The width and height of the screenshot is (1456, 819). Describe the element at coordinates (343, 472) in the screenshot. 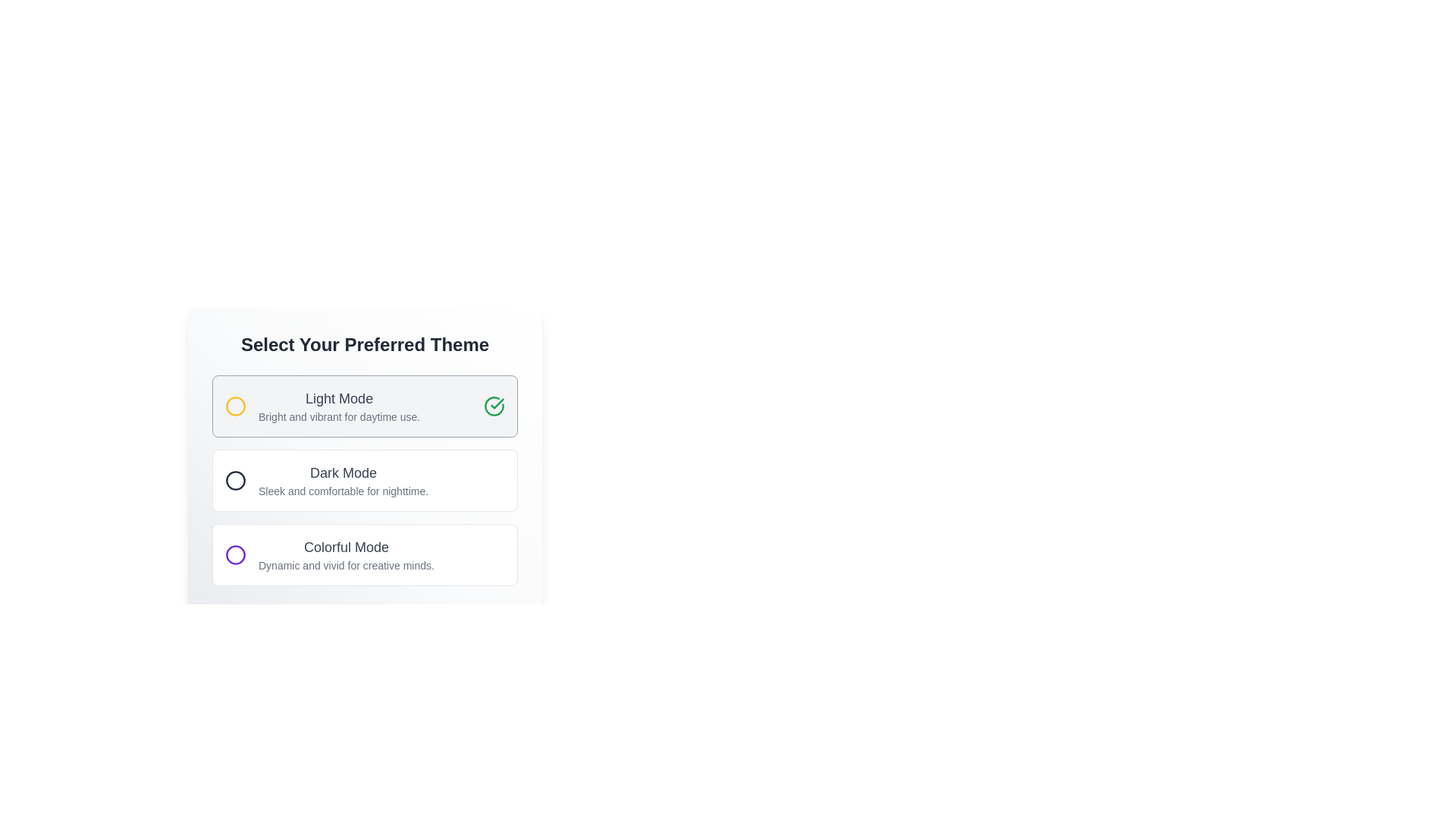

I see `the 'Dark Mode' text label, which is styled as a prominent title within the theme options list` at that location.